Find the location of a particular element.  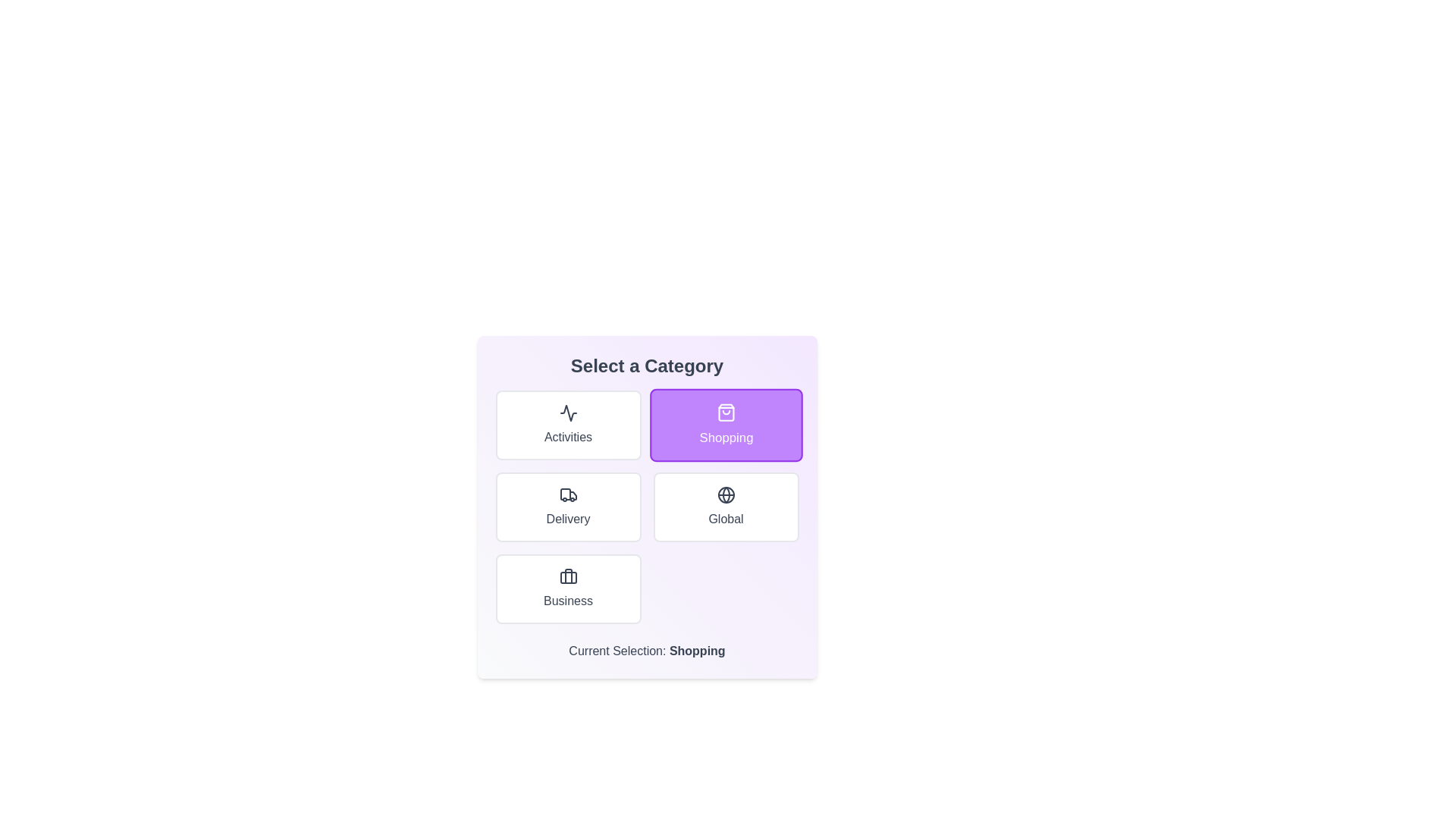

the 'Current Selection: Shopping' label to select its text is located at coordinates (647, 651).